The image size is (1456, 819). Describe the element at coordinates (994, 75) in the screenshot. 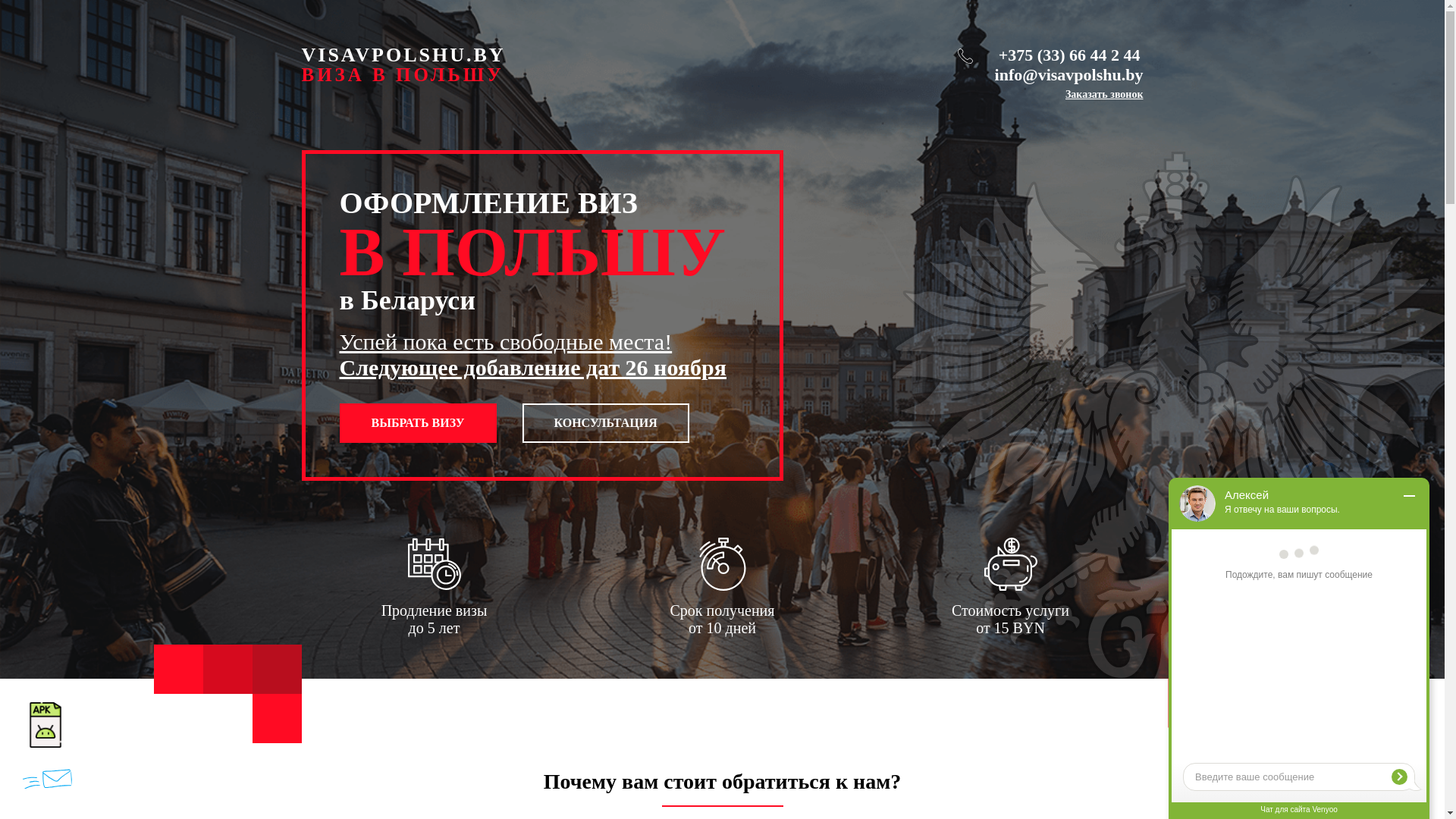

I see `'info@visavpolshu.by'` at that location.